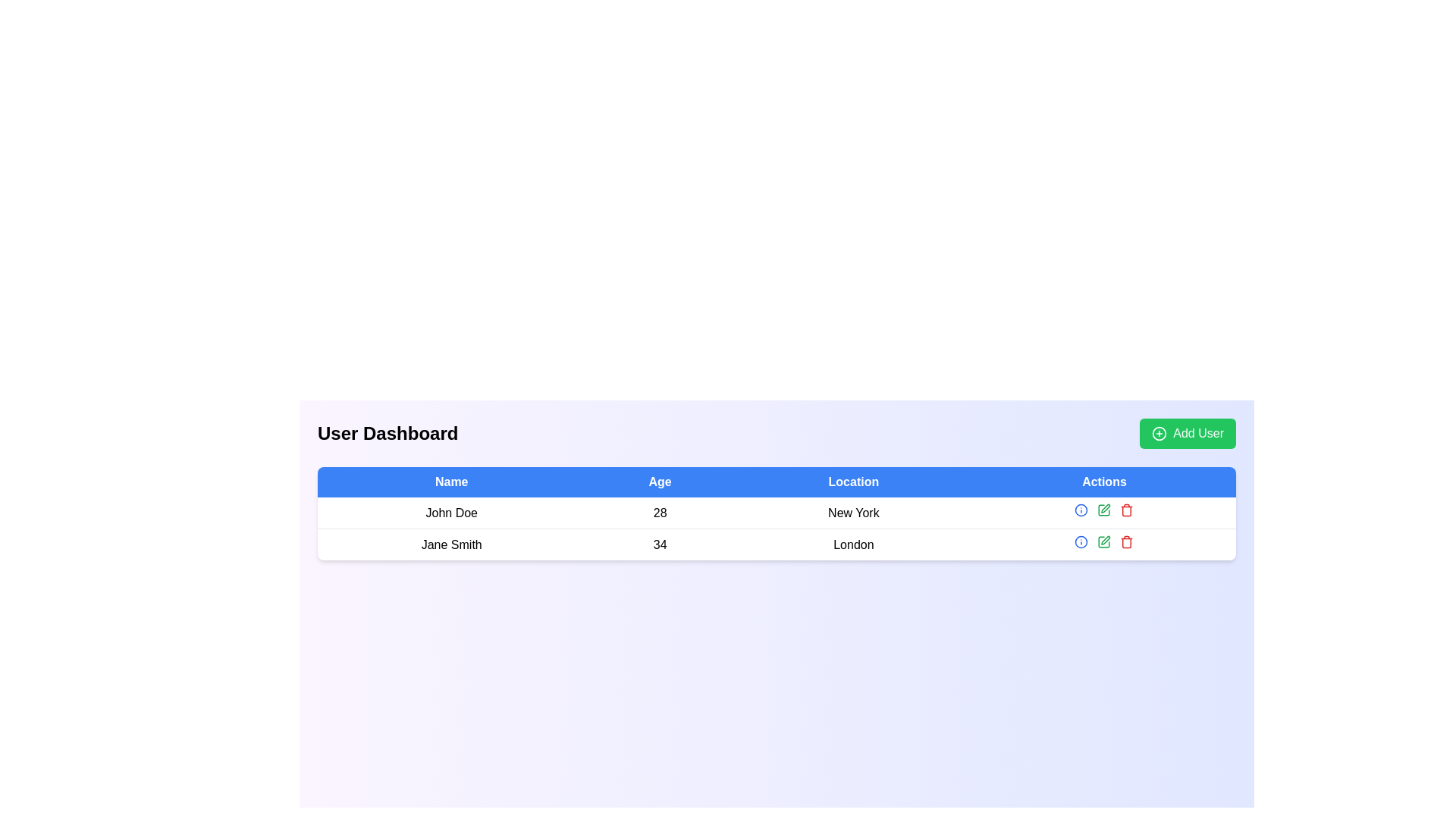  What do you see at coordinates (853, 482) in the screenshot?
I see `the third column header cell in the table, which is positioned between the 'Age' and 'Actions' columns and serves as a label for location-related information` at bounding box center [853, 482].